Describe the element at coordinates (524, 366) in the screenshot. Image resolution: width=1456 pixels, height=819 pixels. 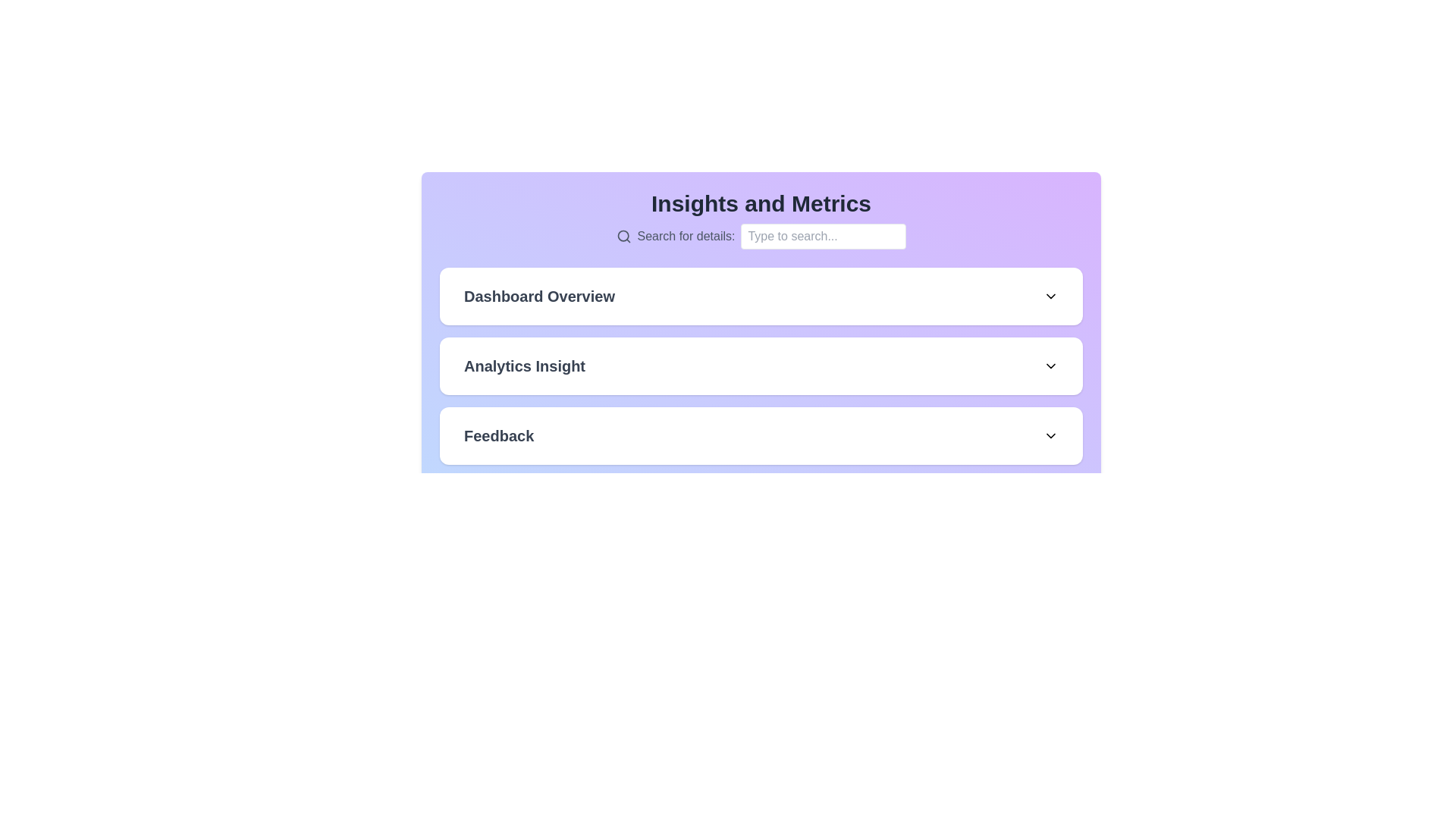
I see `the 'Analytics Insight' text label element` at that location.